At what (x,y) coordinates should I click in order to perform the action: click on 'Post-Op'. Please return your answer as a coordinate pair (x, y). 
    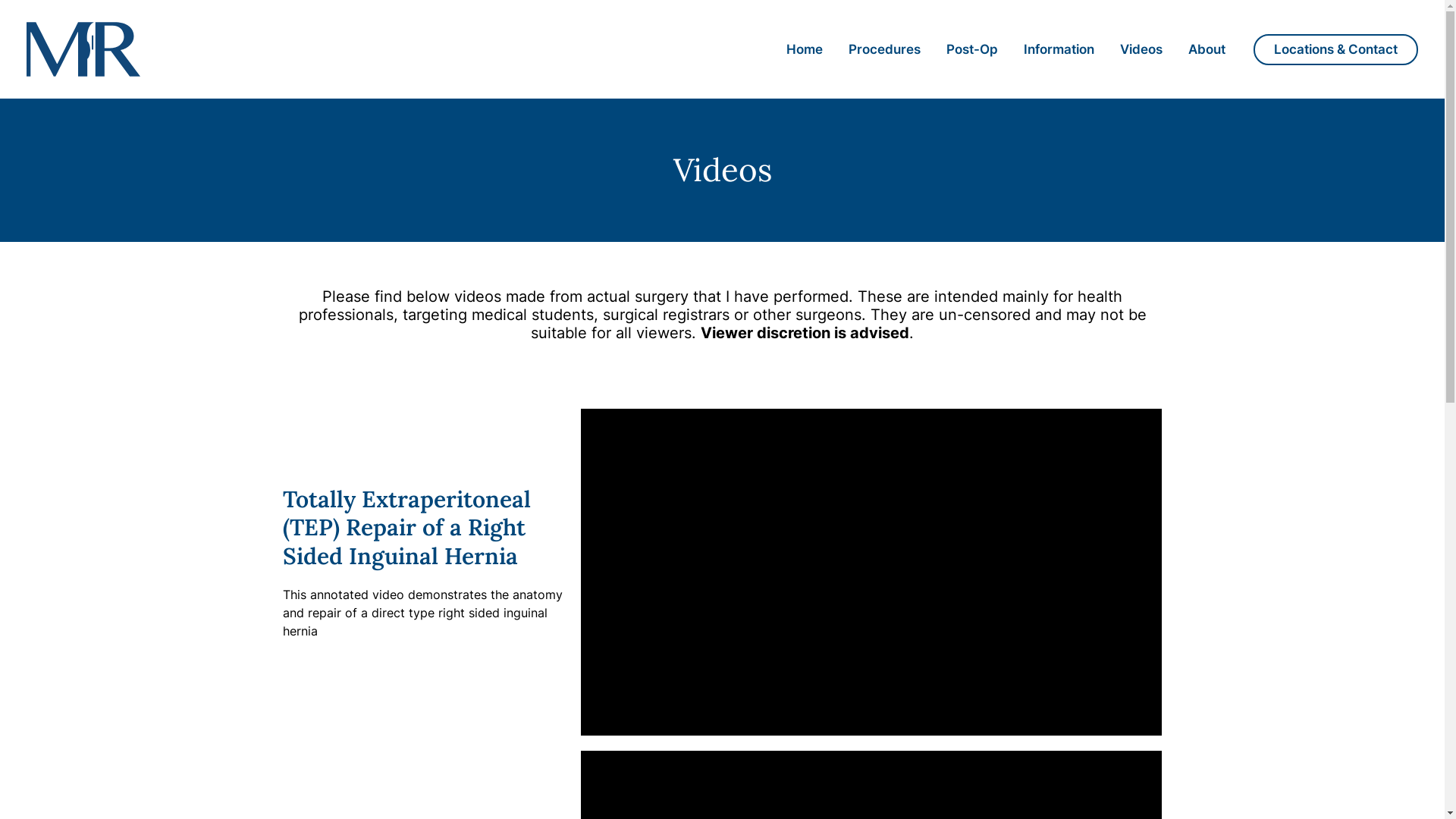
    Looking at the image, I should click on (971, 49).